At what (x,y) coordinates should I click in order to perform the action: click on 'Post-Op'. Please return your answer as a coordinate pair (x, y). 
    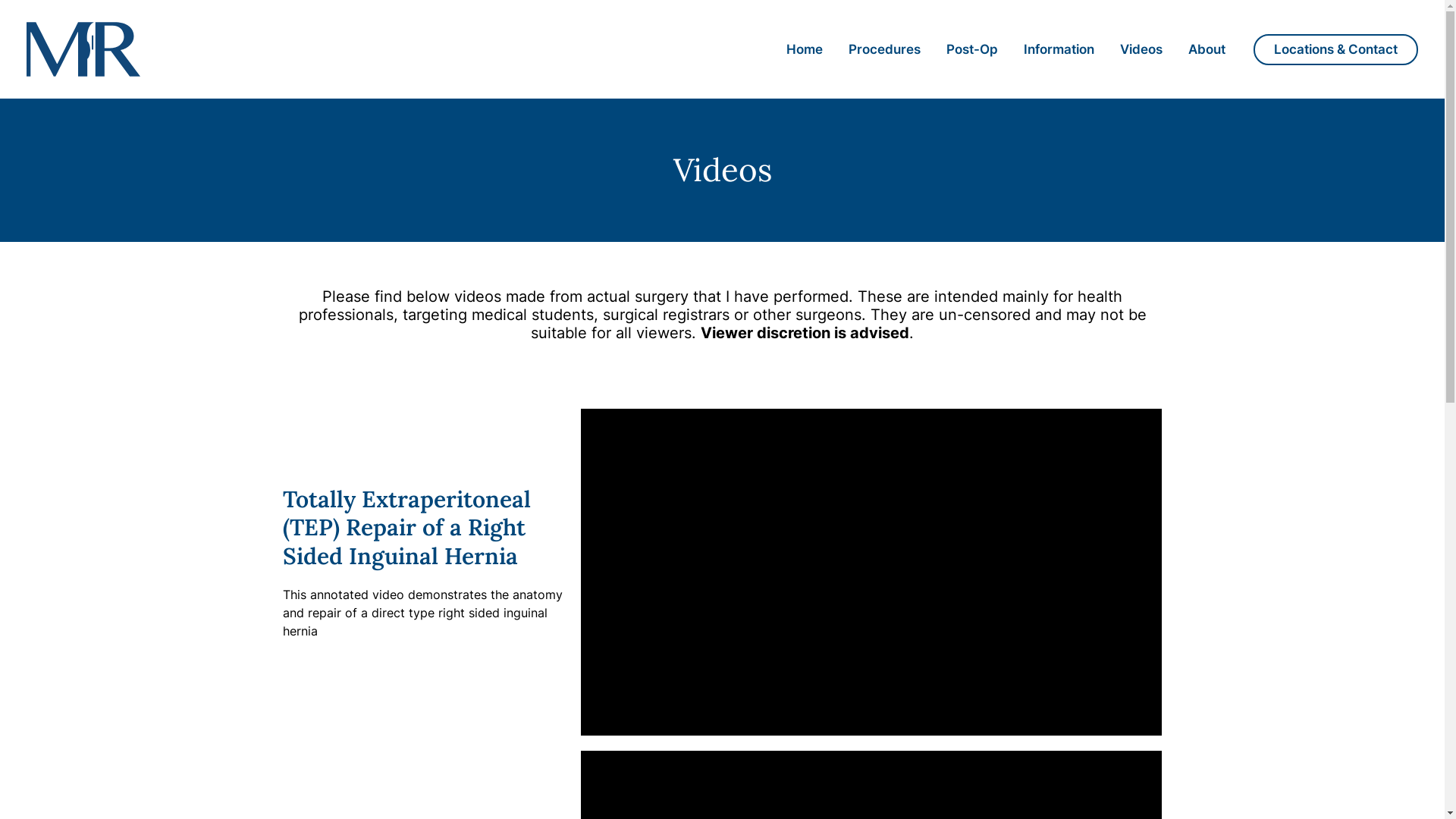
    Looking at the image, I should click on (971, 49).